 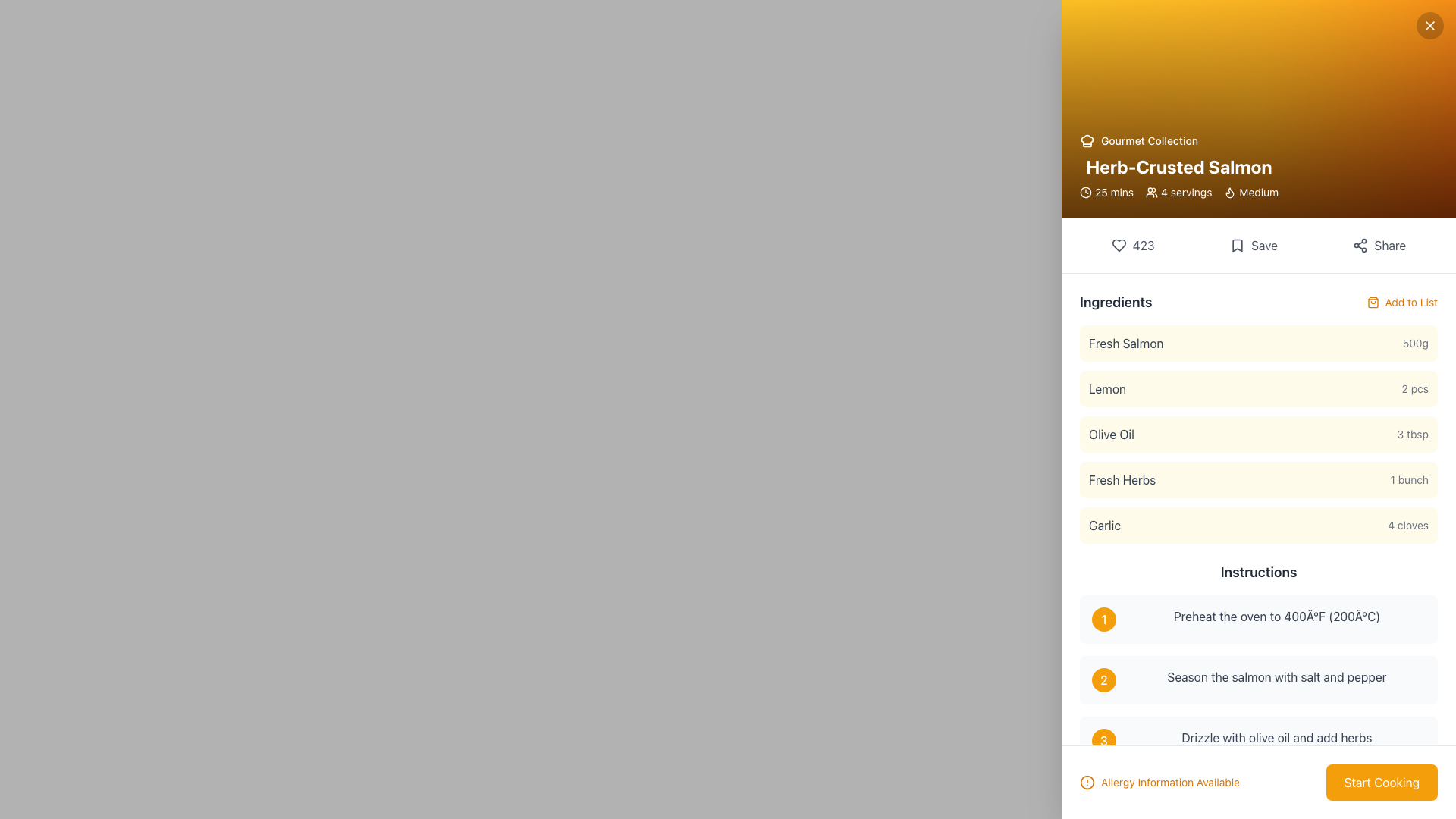 I want to click on the fourth static list item in the ingredient list displaying 'Fresh Herbs', located between 'Olive Oil' and 'Garlic', so click(x=1259, y=479).